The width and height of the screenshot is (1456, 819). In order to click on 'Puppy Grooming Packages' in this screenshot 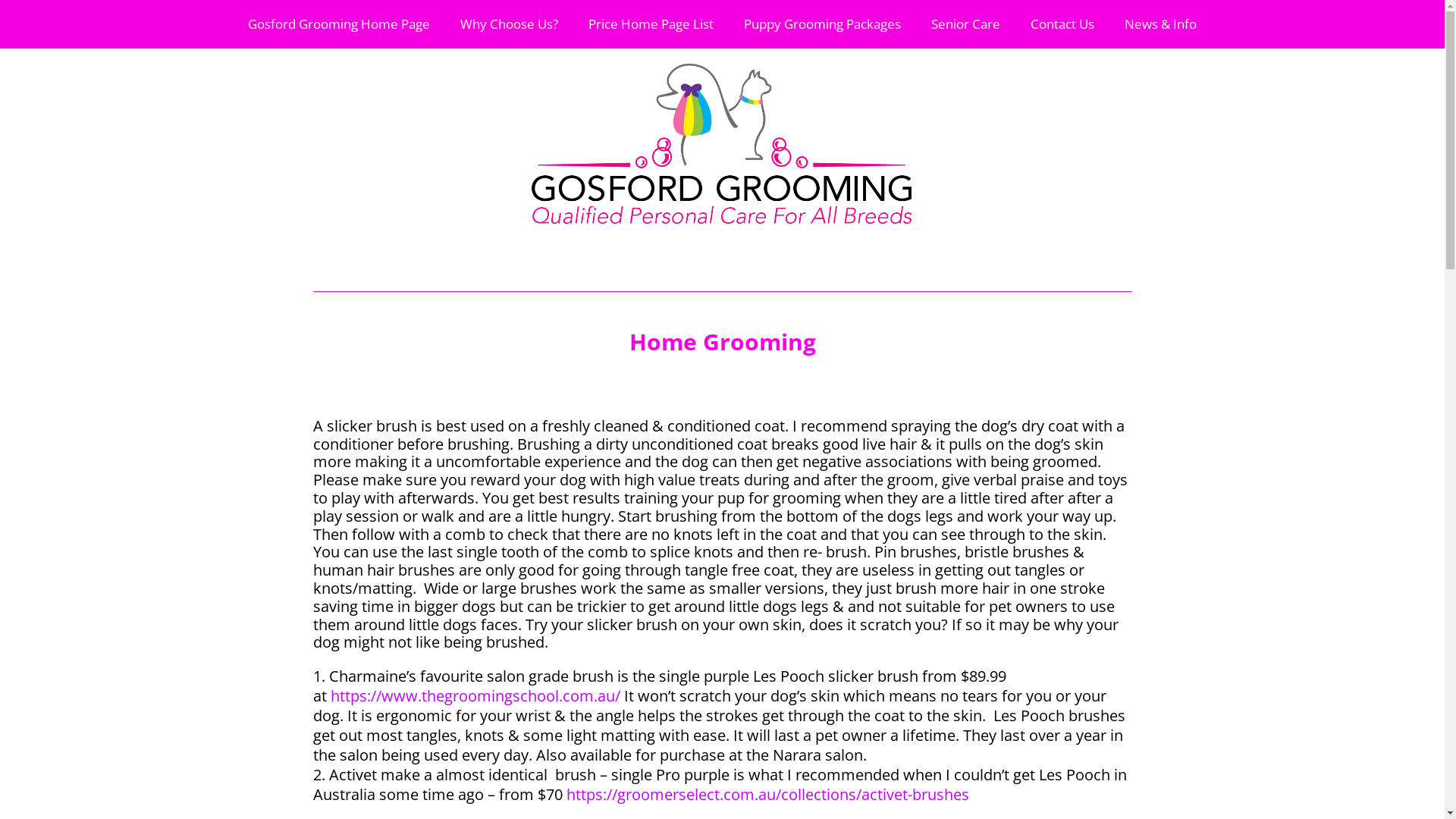, I will do `click(821, 24)`.